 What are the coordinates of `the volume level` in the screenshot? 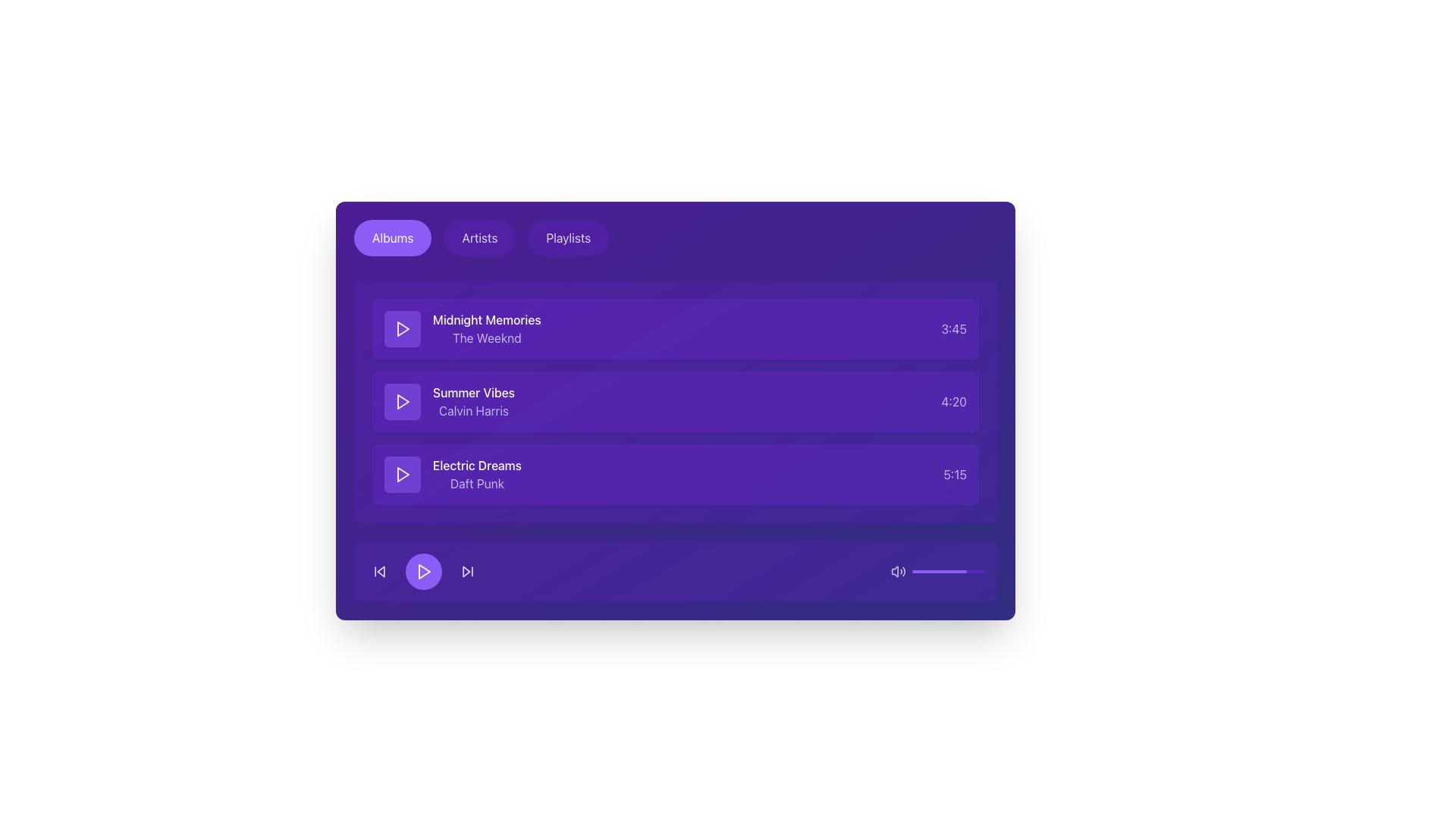 It's located at (925, 571).